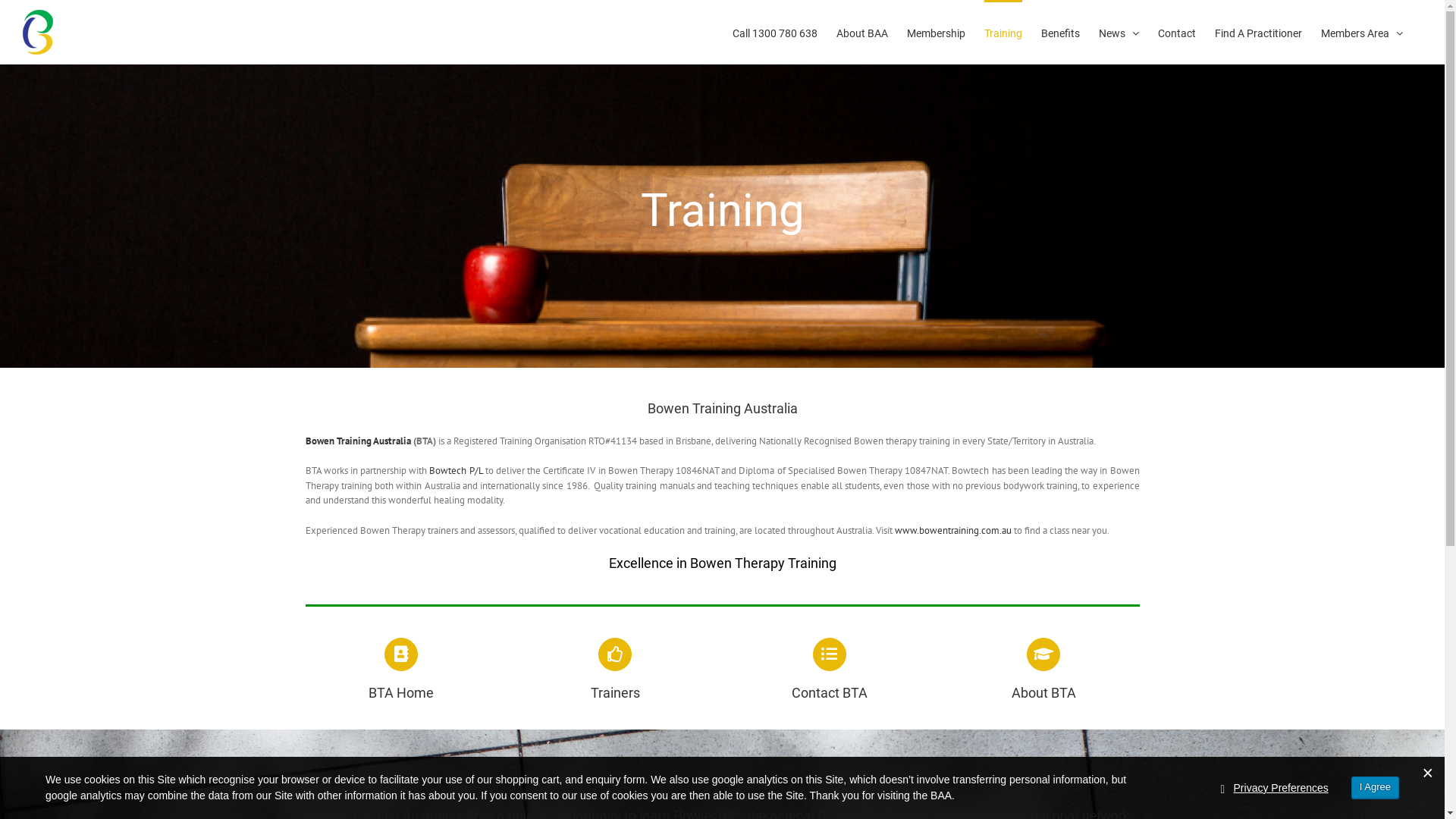 This screenshot has height=819, width=1456. What do you see at coordinates (935, 32) in the screenshot?
I see `'Membership'` at bounding box center [935, 32].